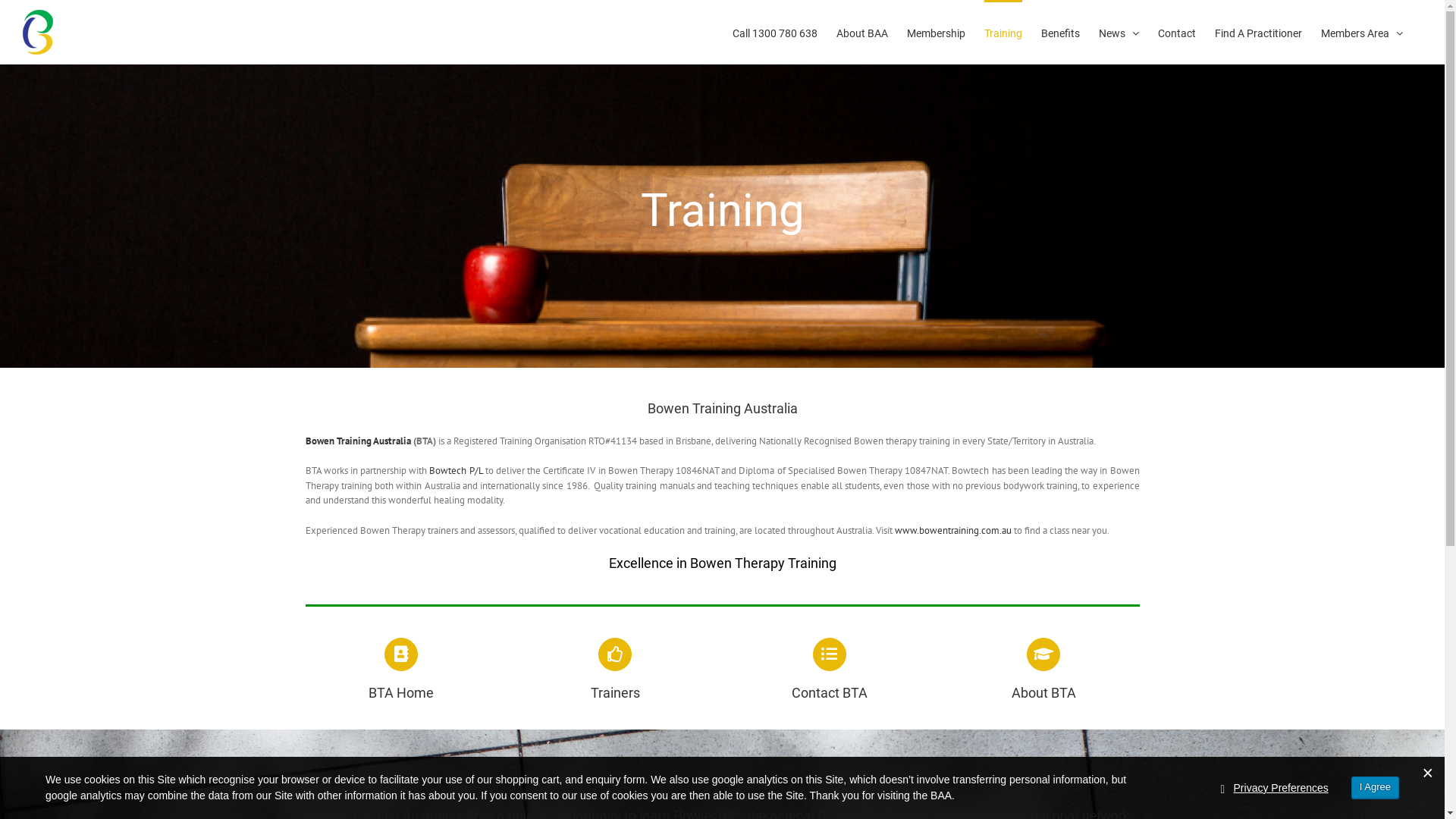 This screenshot has height=819, width=1456. What do you see at coordinates (935, 32) in the screenshot?
I see `'Membership'` at bounding box center [935, 32].